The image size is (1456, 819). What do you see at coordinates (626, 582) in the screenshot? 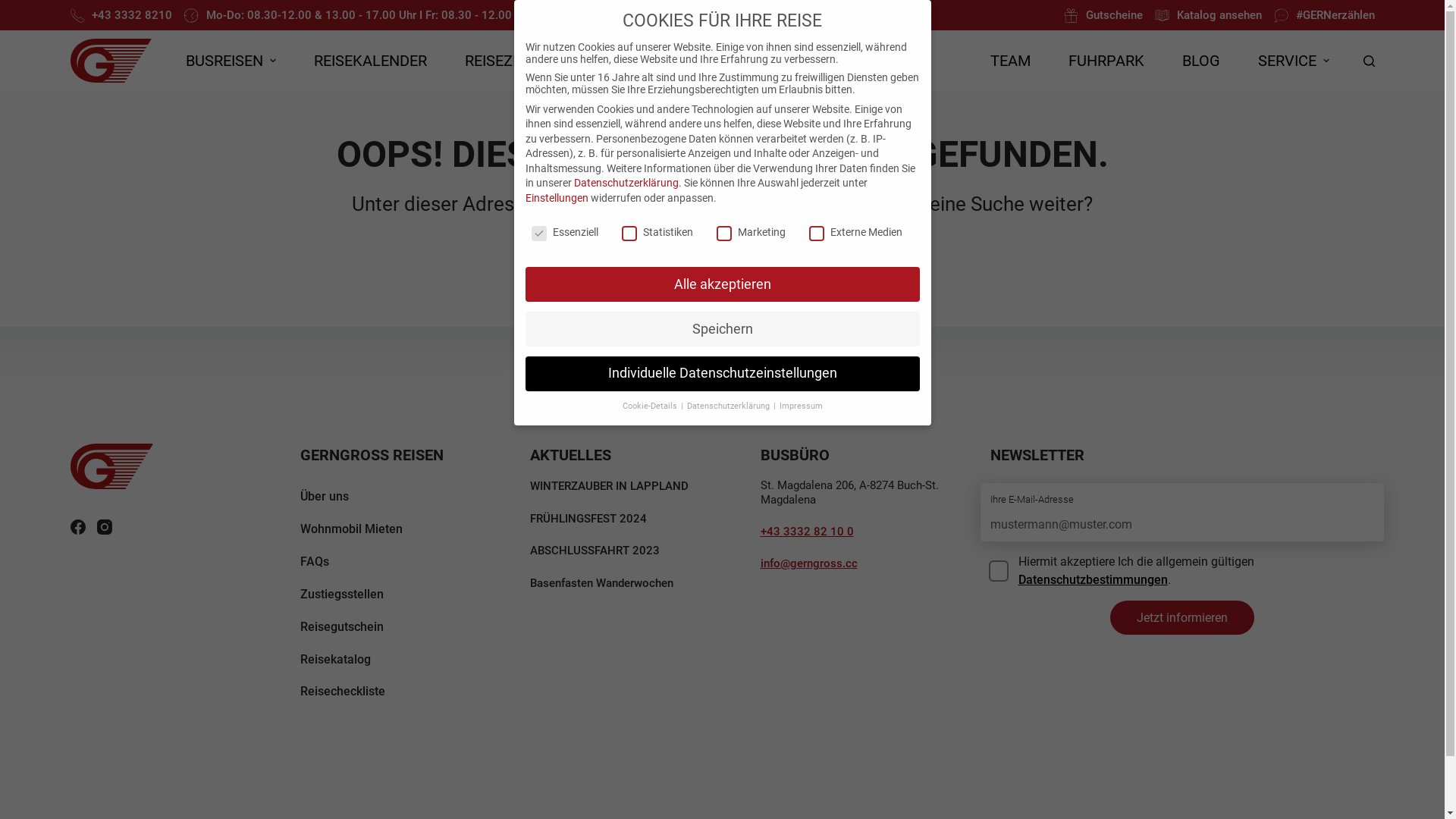
I see `'Basenfasten Wanderwochen'` at bounding box center [626, 582].